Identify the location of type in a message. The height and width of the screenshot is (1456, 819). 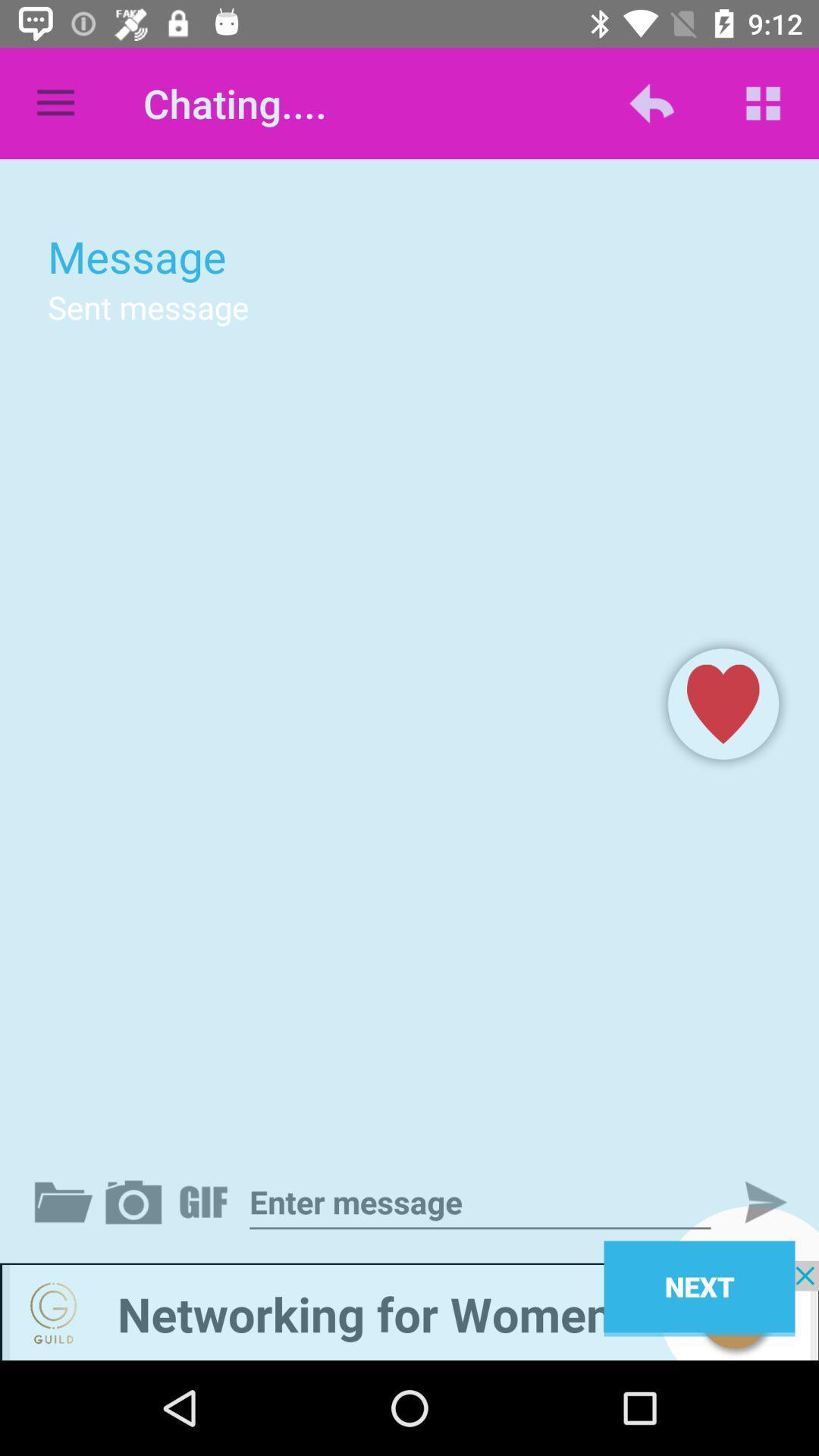
(480, 1201).